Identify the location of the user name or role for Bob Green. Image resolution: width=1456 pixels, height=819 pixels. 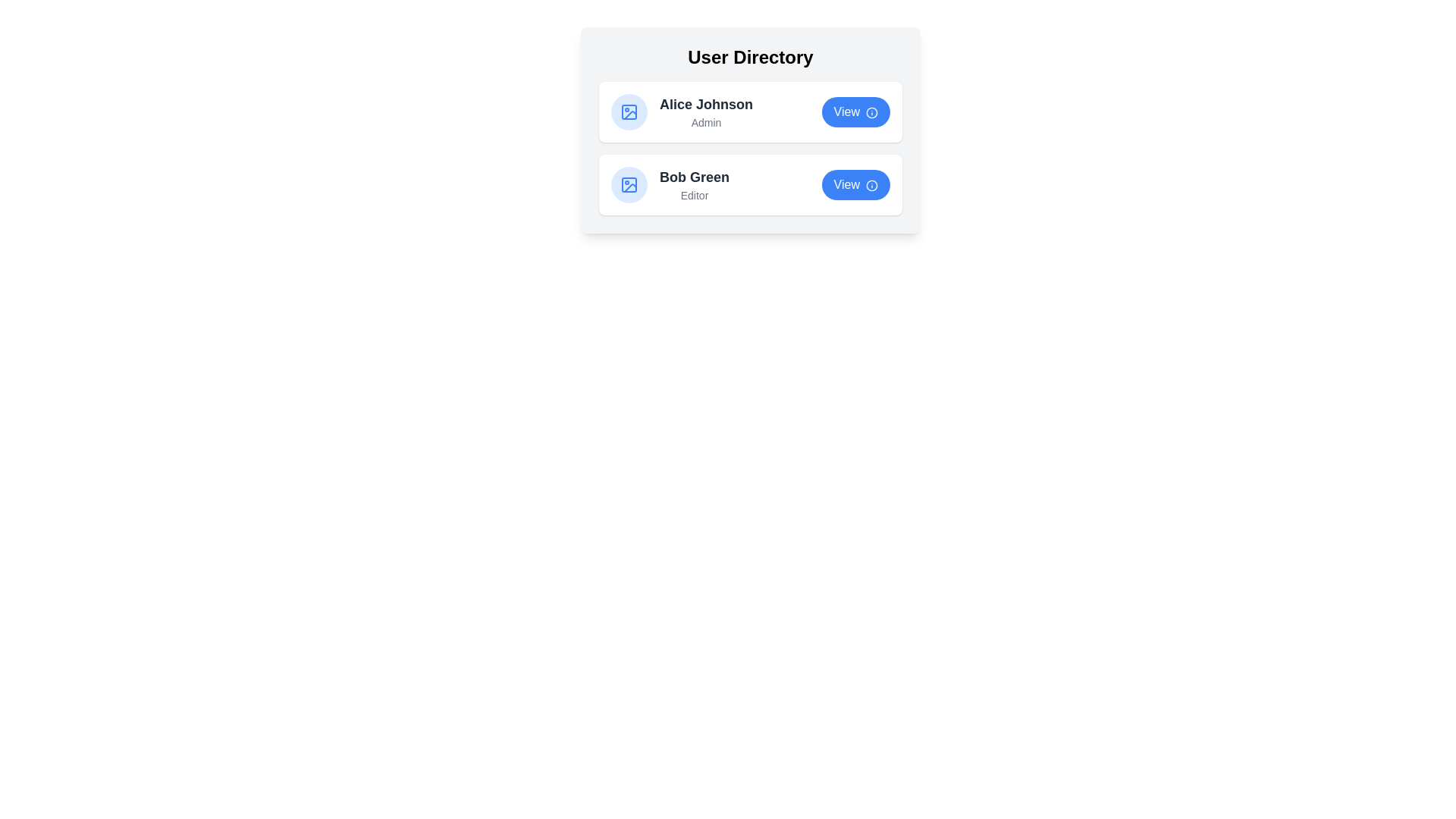
(694, 177).